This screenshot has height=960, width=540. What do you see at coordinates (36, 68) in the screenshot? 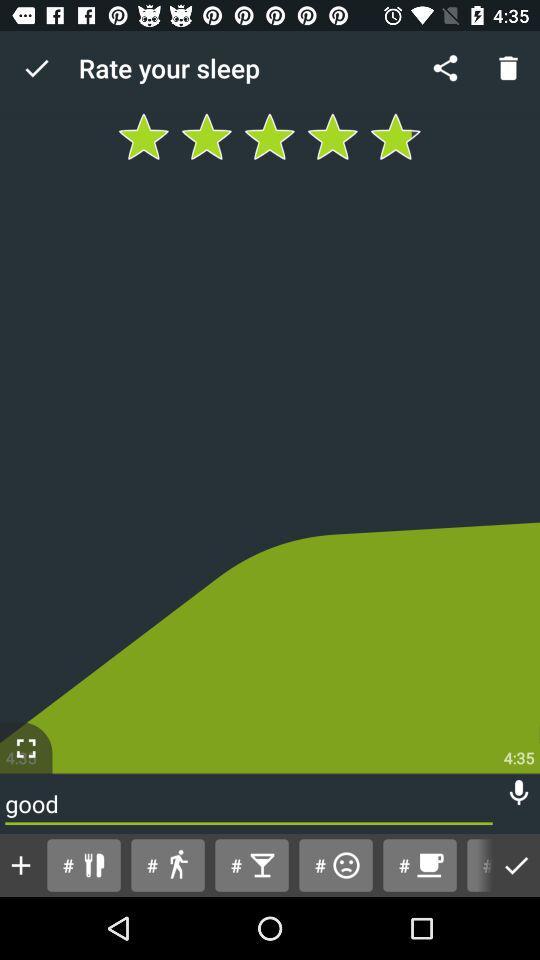
I see `icon next to the rate your sleep` at bounding box center [36, 68].